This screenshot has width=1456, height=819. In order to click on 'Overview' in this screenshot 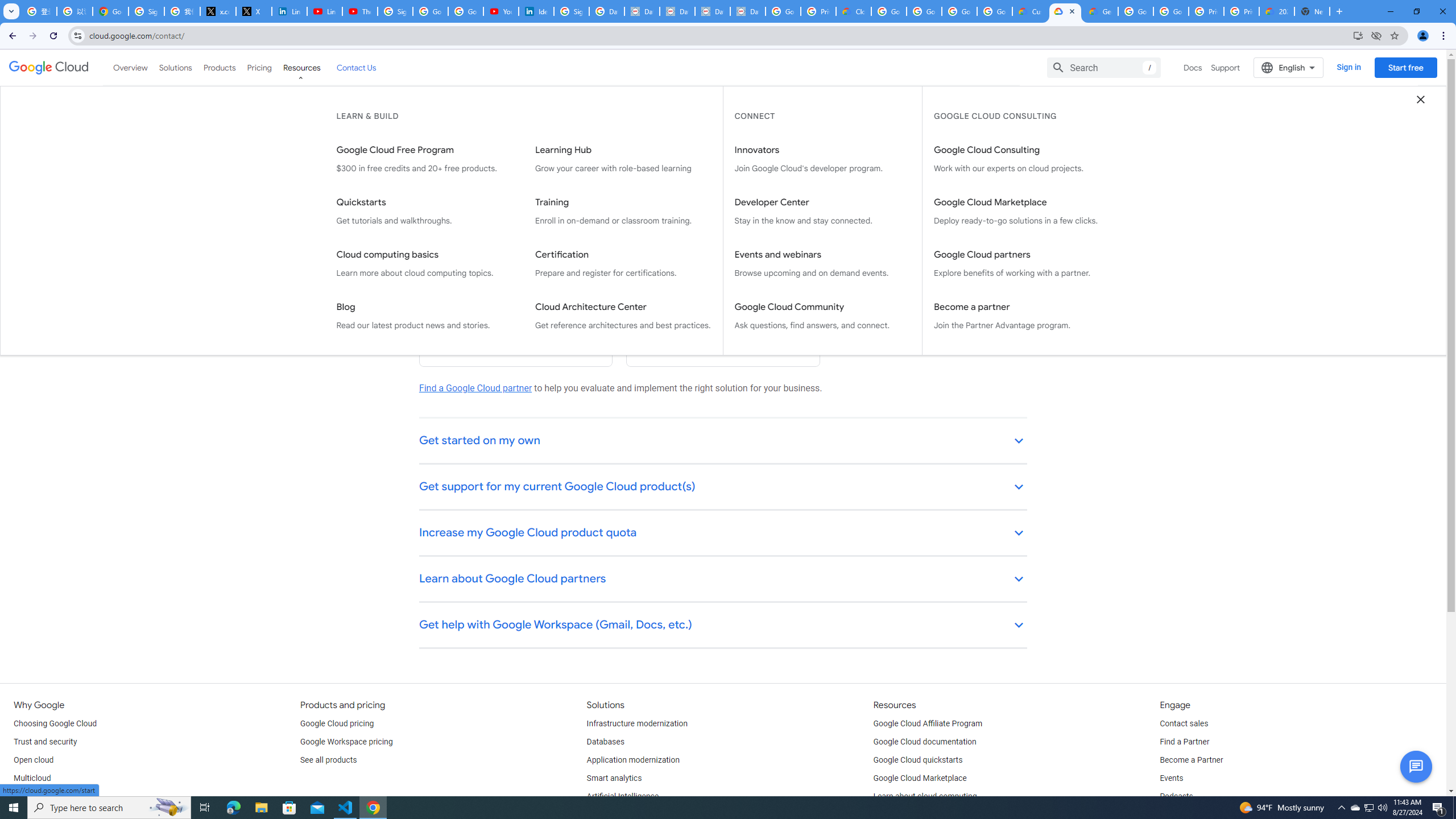, I will do `click(130, 67)`.